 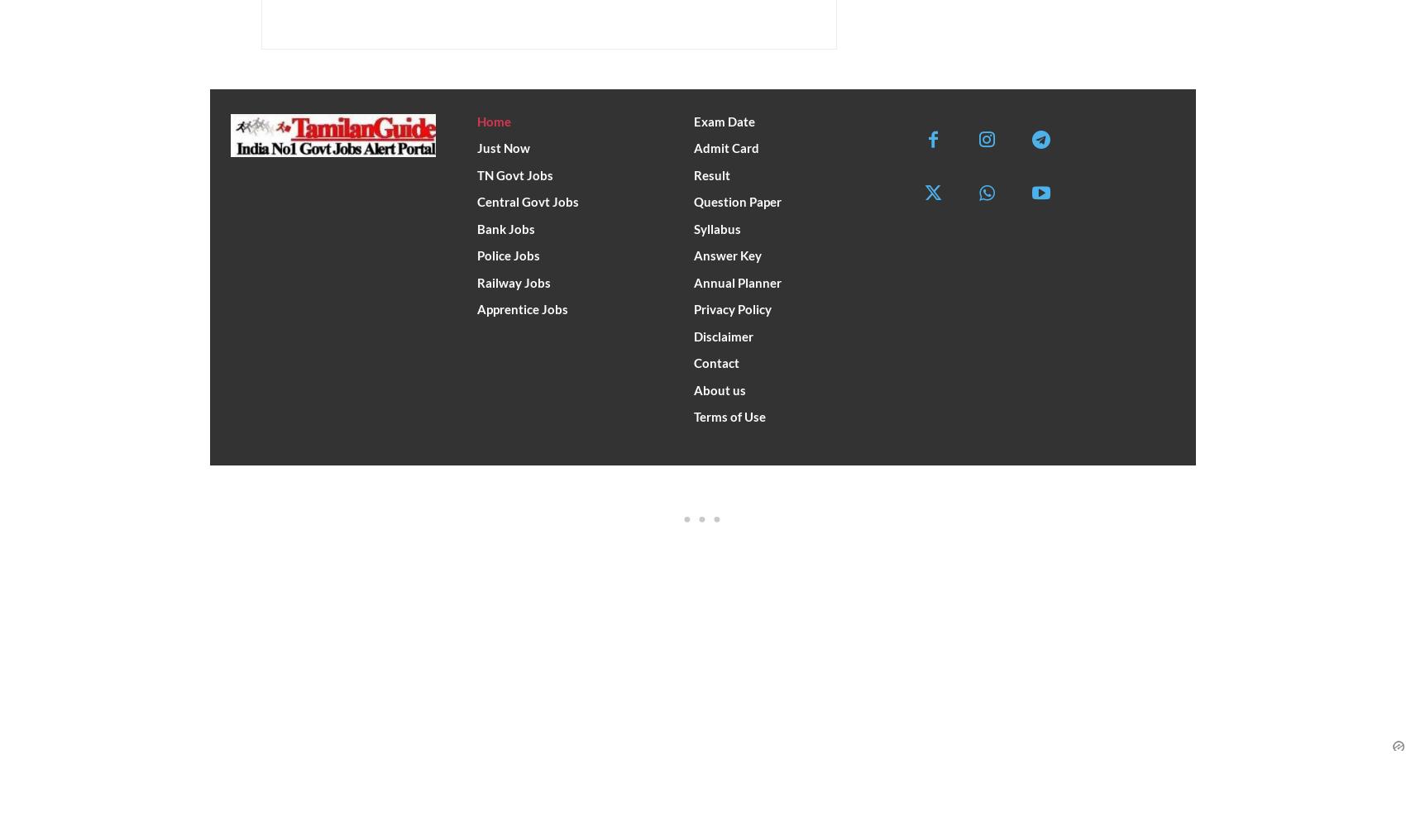 I want to click on 'Syllabus', so click(x=717, y=227).